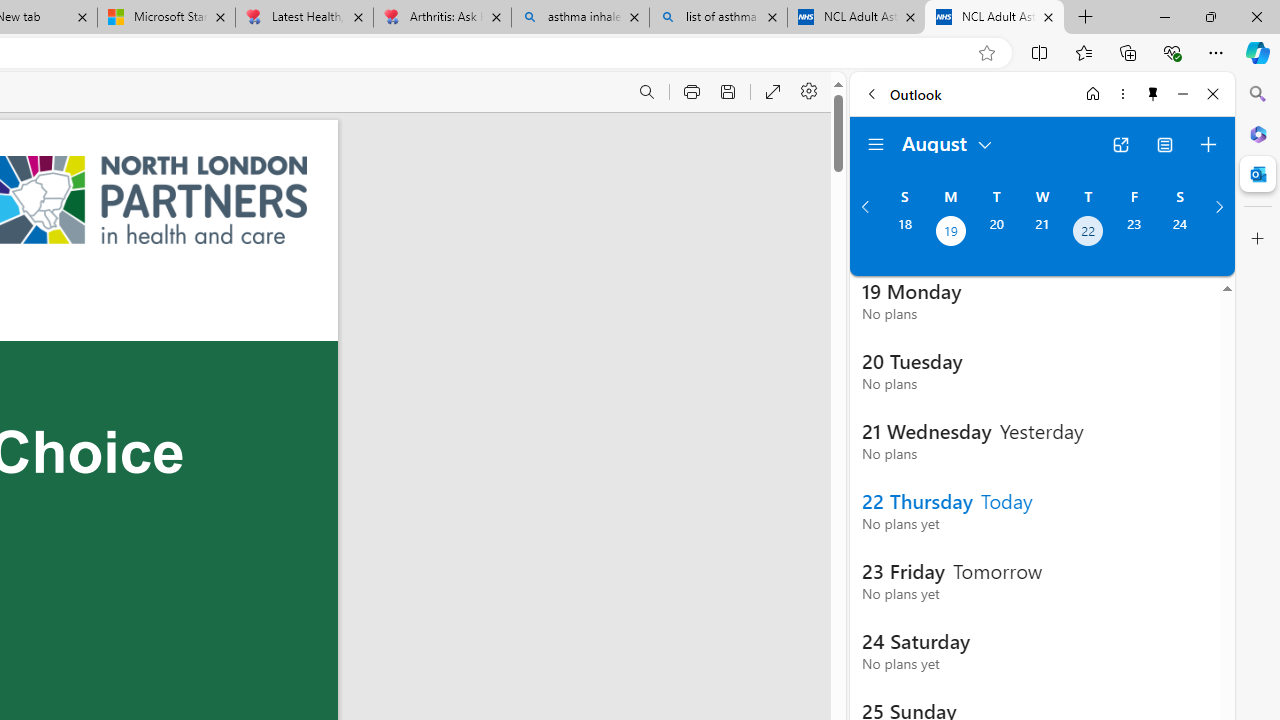  What do you see at coordinates (876, 144) in the screenshot?
I see `'Folder navigation'` at bounding box center [876, 144].